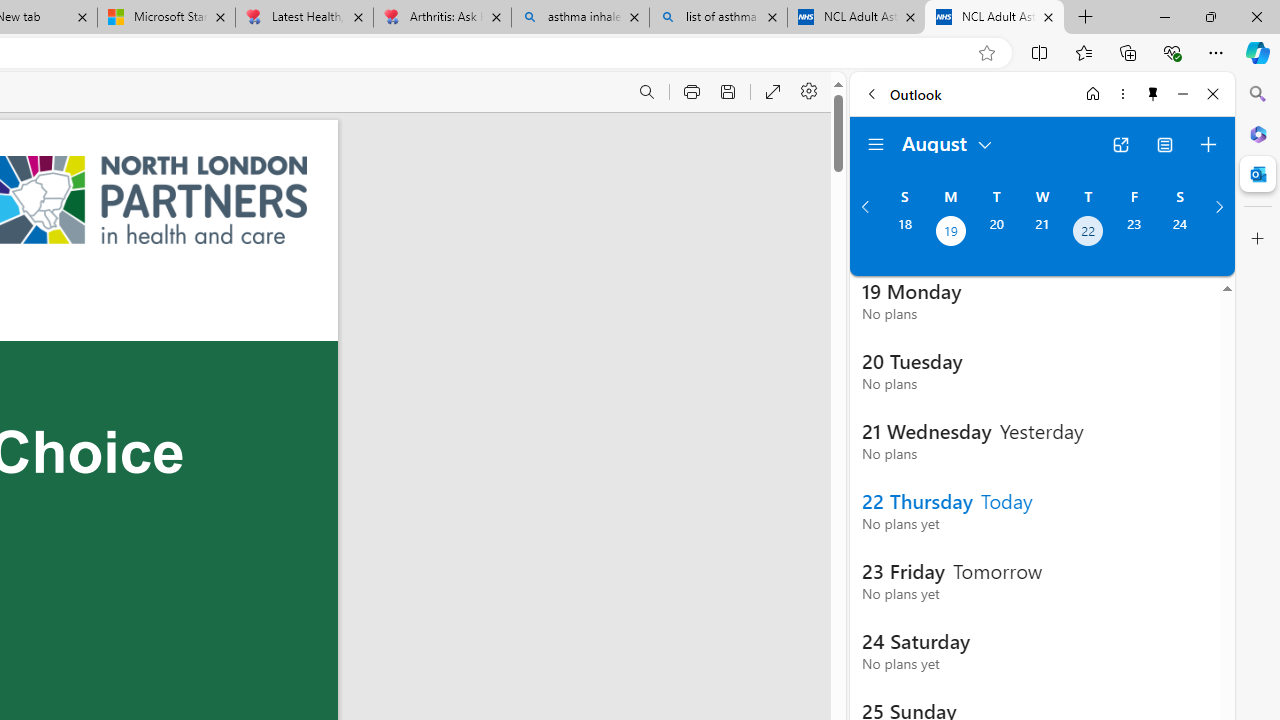  What do you see at coordinates (876, 144) in the screenshot?
I see `'Folder navigation'` at bounding box center [876, 144].